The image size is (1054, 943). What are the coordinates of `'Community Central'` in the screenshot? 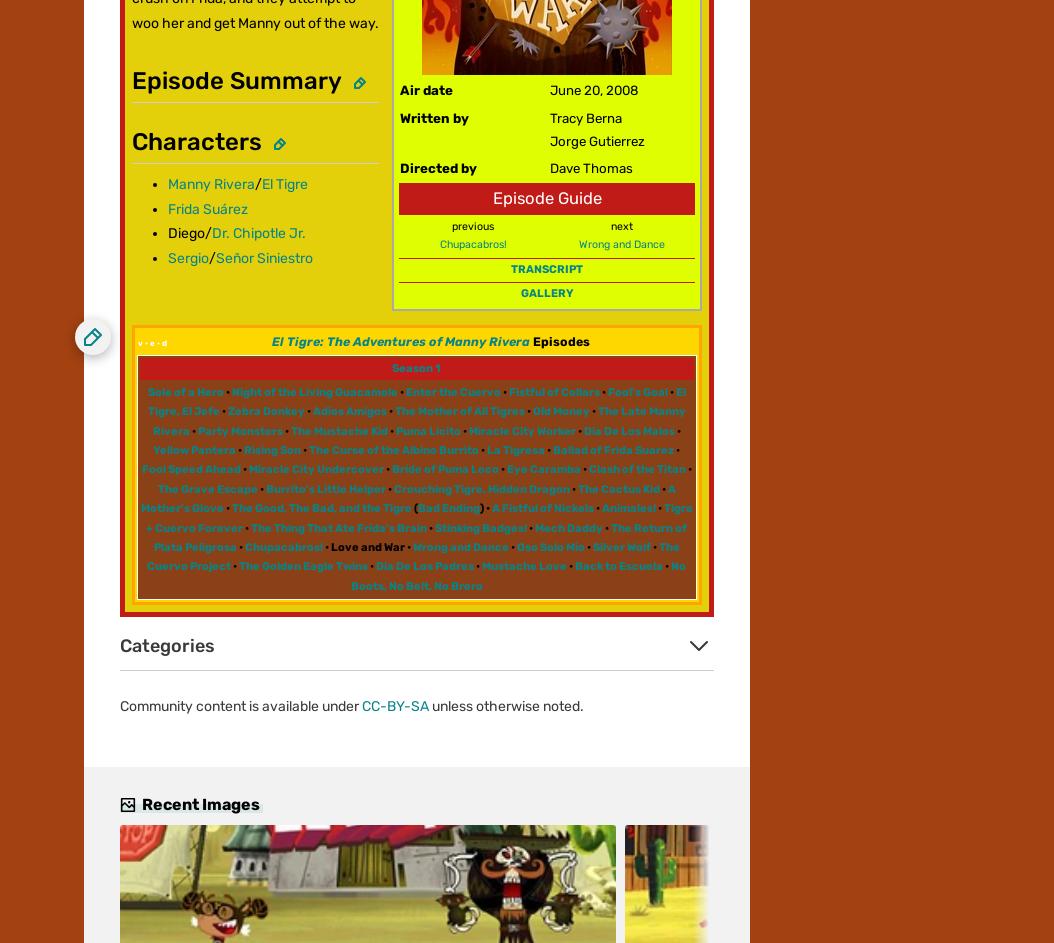 It's located at (145, 67).